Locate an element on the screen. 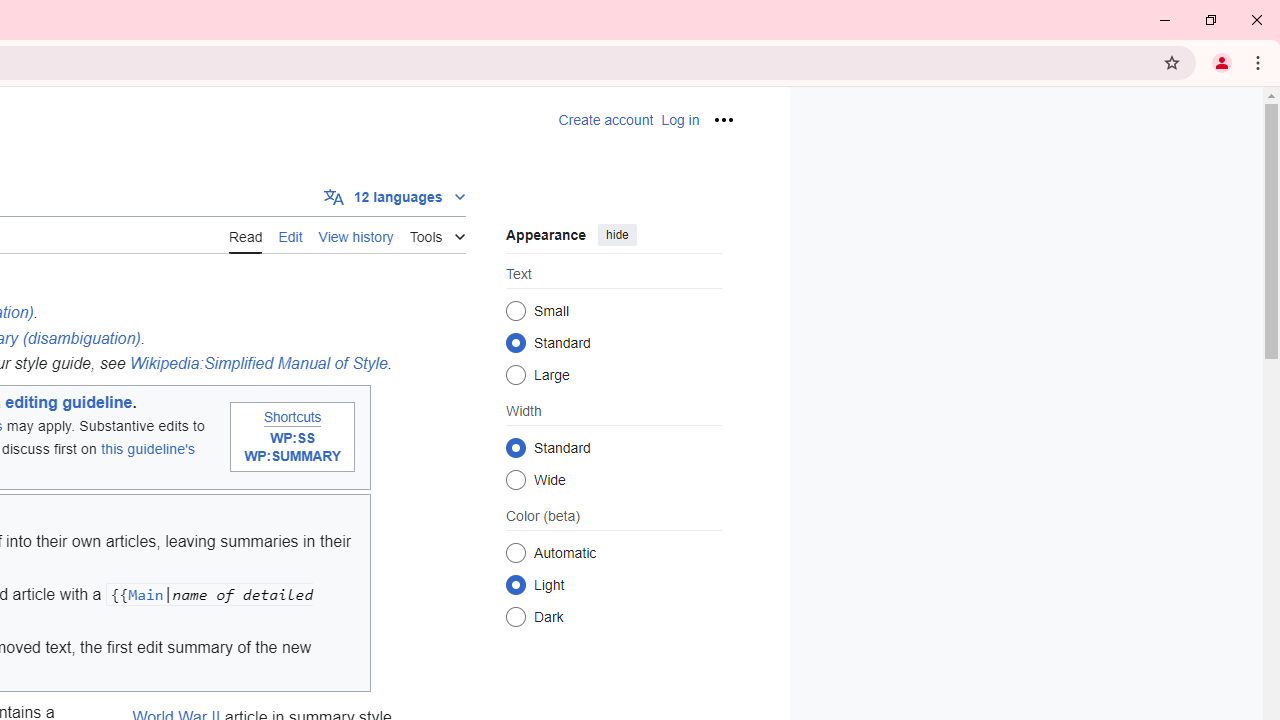  'View history' is located at coordinates (355, 234).